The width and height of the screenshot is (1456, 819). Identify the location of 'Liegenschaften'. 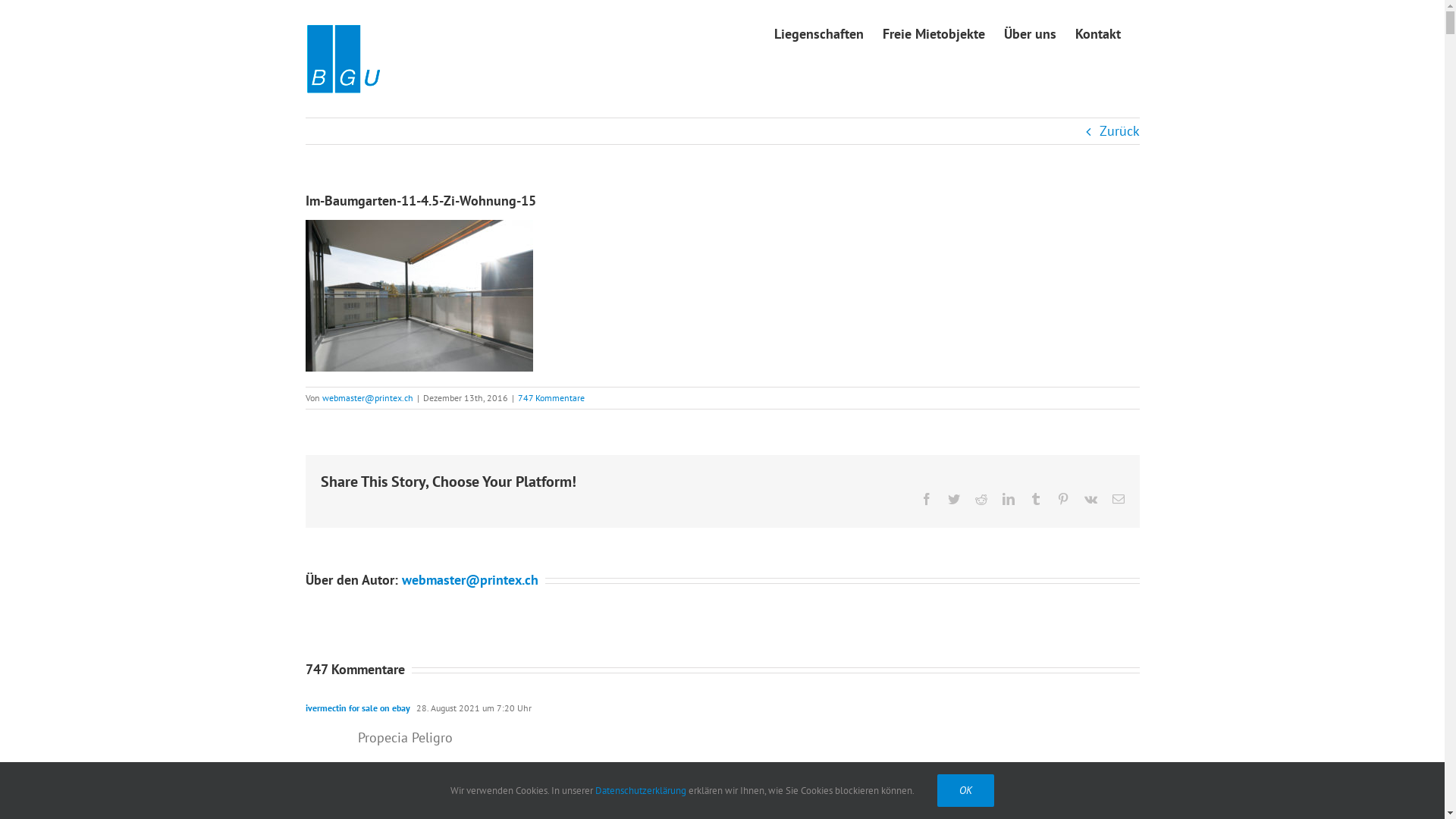
(817, 32).